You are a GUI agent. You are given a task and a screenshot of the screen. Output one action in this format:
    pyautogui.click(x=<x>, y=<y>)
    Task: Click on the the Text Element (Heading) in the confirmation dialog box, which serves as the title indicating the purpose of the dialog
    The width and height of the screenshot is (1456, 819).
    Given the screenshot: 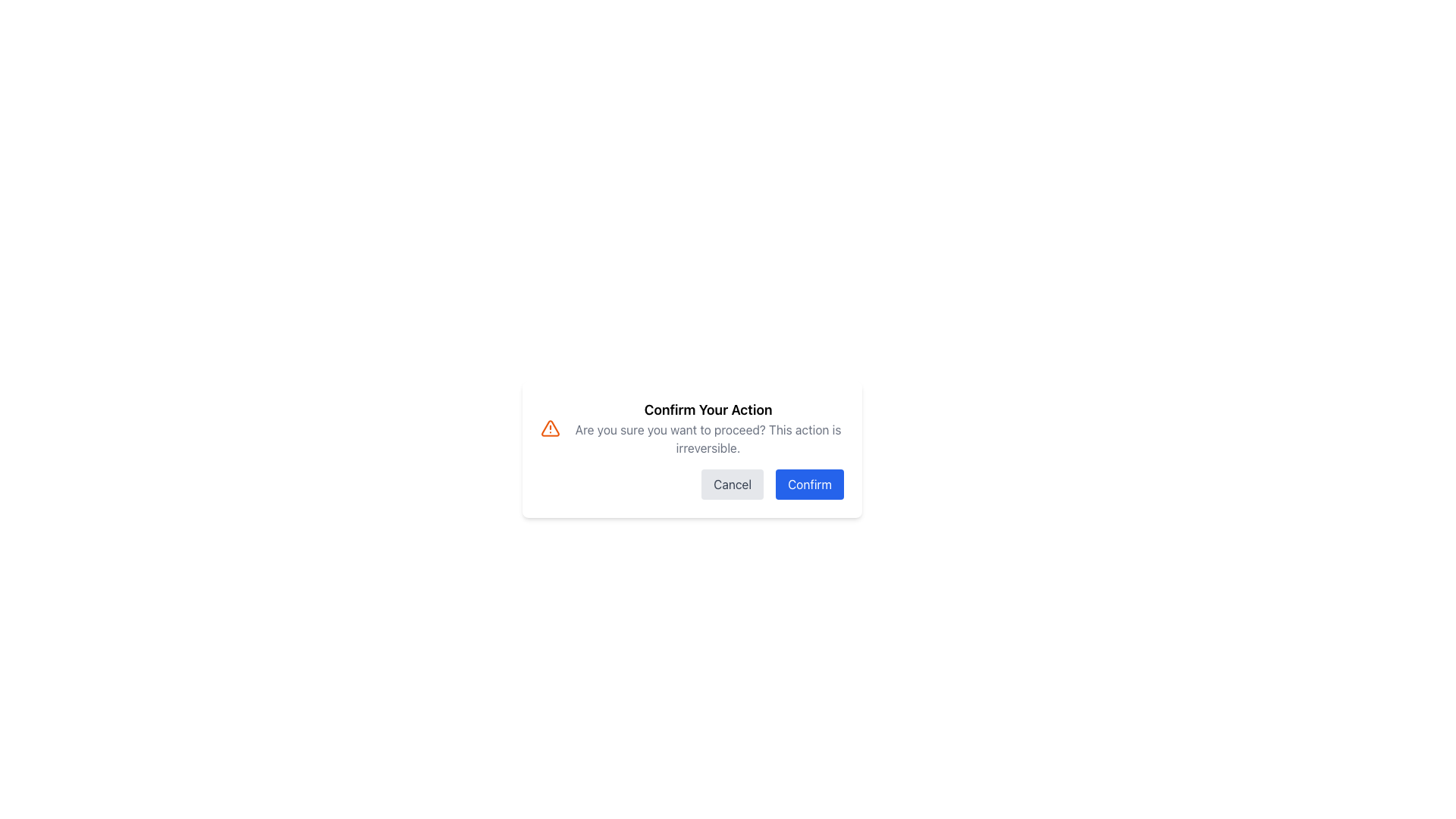 What is the action you would take?
    pyautogui.click(x=708, y=409)
    